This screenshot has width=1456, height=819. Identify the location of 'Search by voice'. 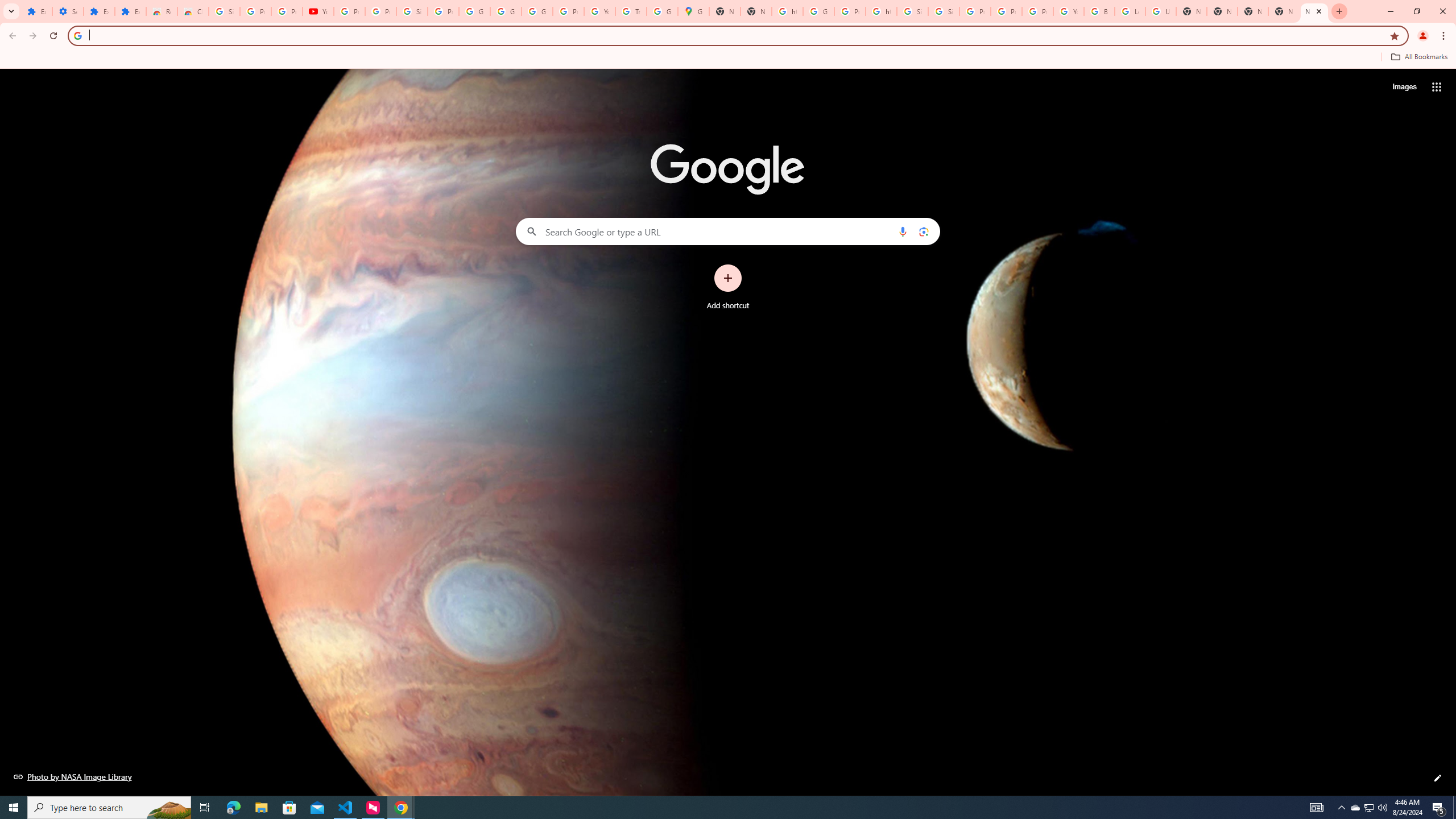
(902, 230).